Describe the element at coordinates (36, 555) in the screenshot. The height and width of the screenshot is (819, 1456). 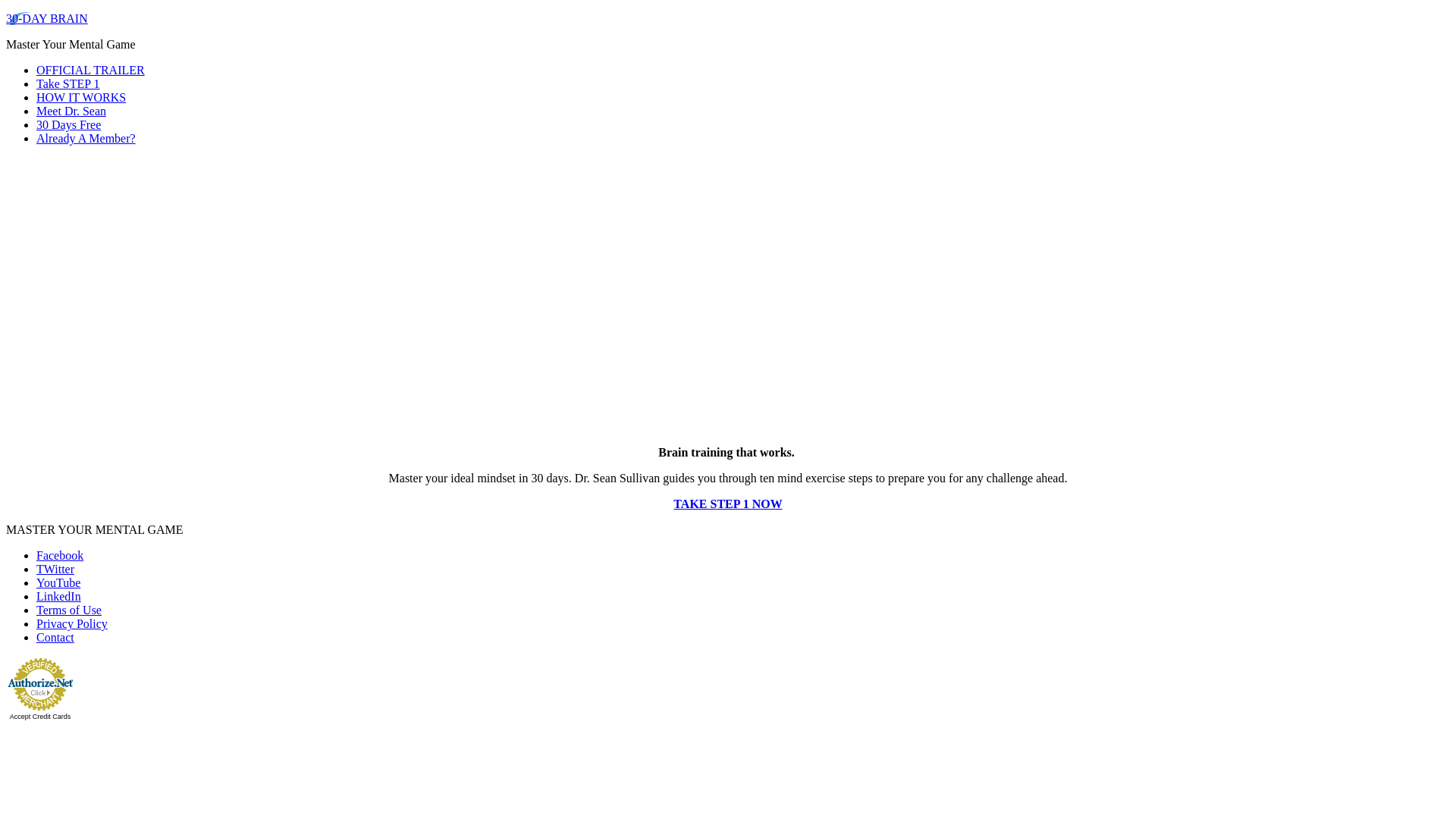
I see `'Facebook'` at that location.